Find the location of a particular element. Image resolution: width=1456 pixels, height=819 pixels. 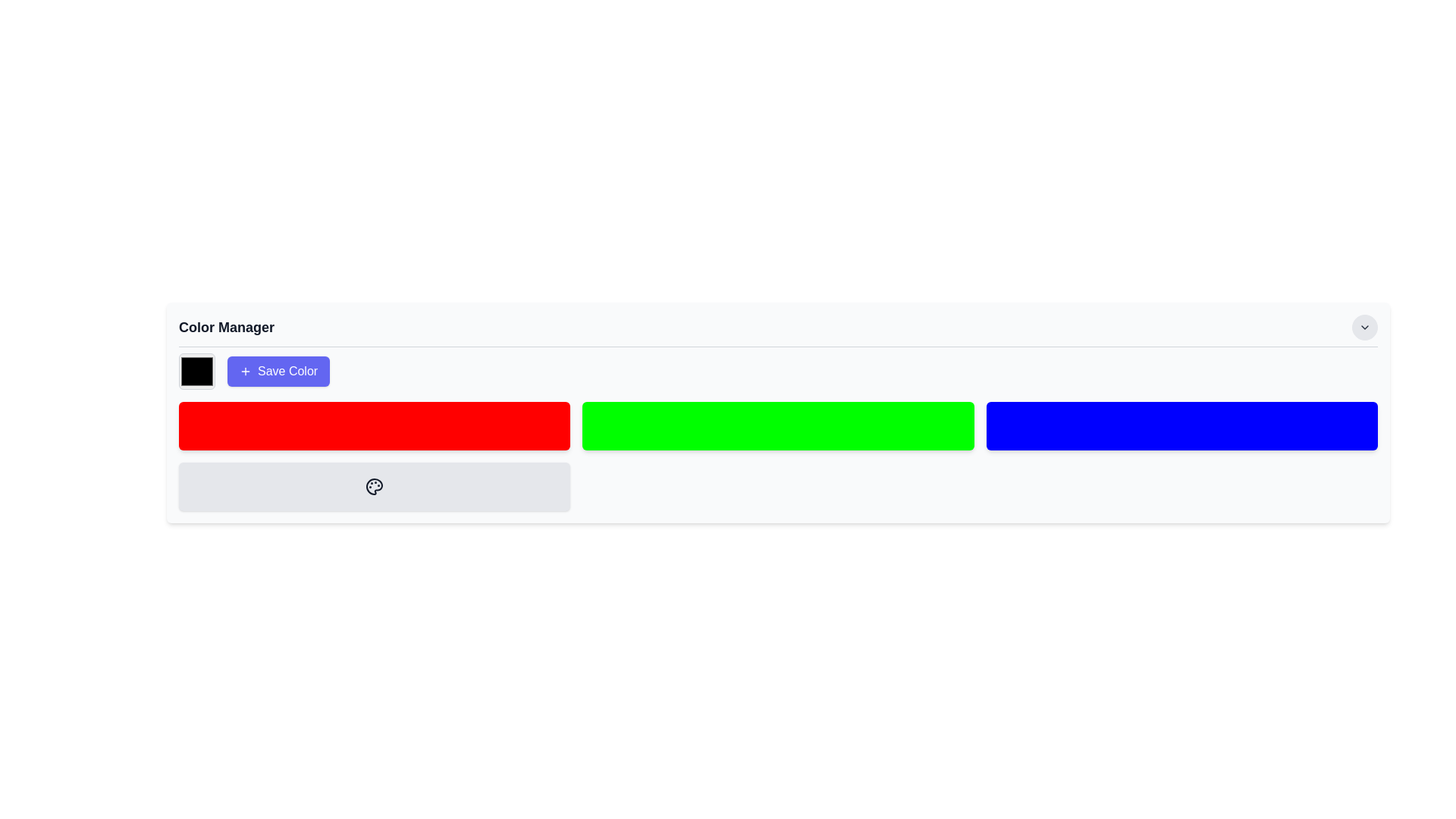

the SVG Icon which signifies an addition or increment action, located to the left of the 'Save Color' button in the 'Color Manager' section is located at coordinates (246, 371).